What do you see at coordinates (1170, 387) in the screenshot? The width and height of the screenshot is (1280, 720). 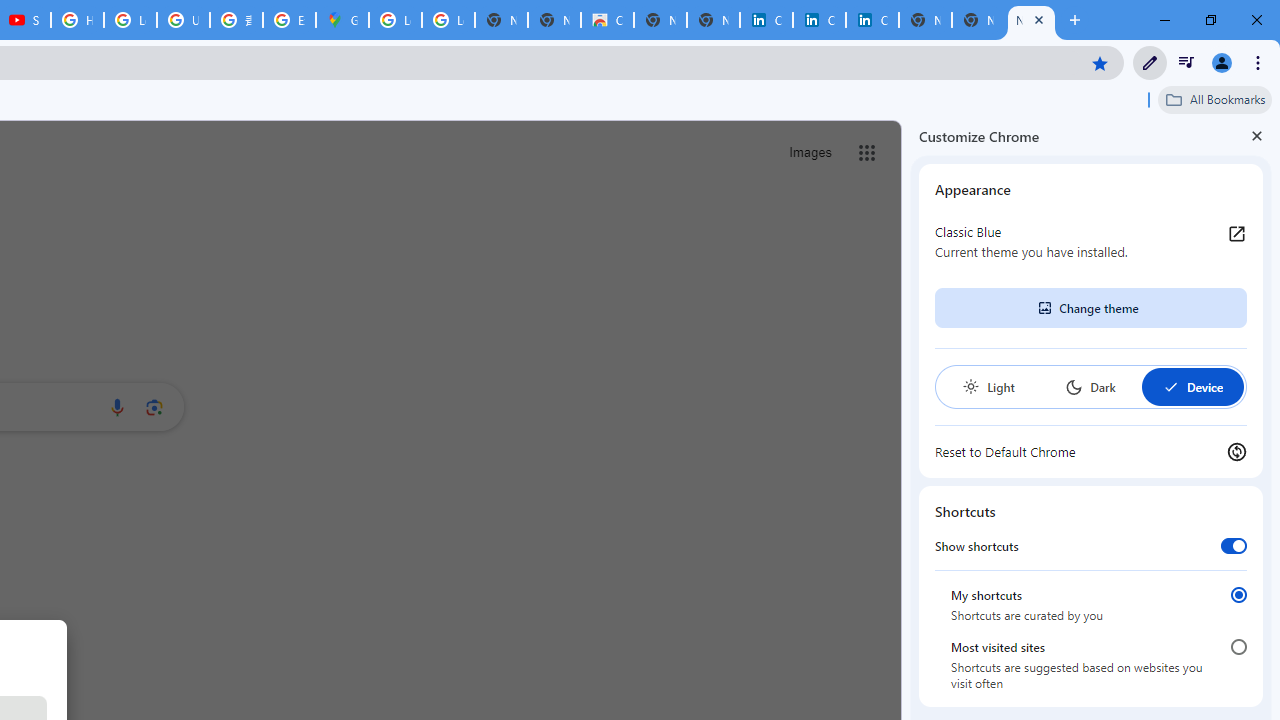 I see `'AutomationID: baseSvg'` at bounding box center [1170, 387].